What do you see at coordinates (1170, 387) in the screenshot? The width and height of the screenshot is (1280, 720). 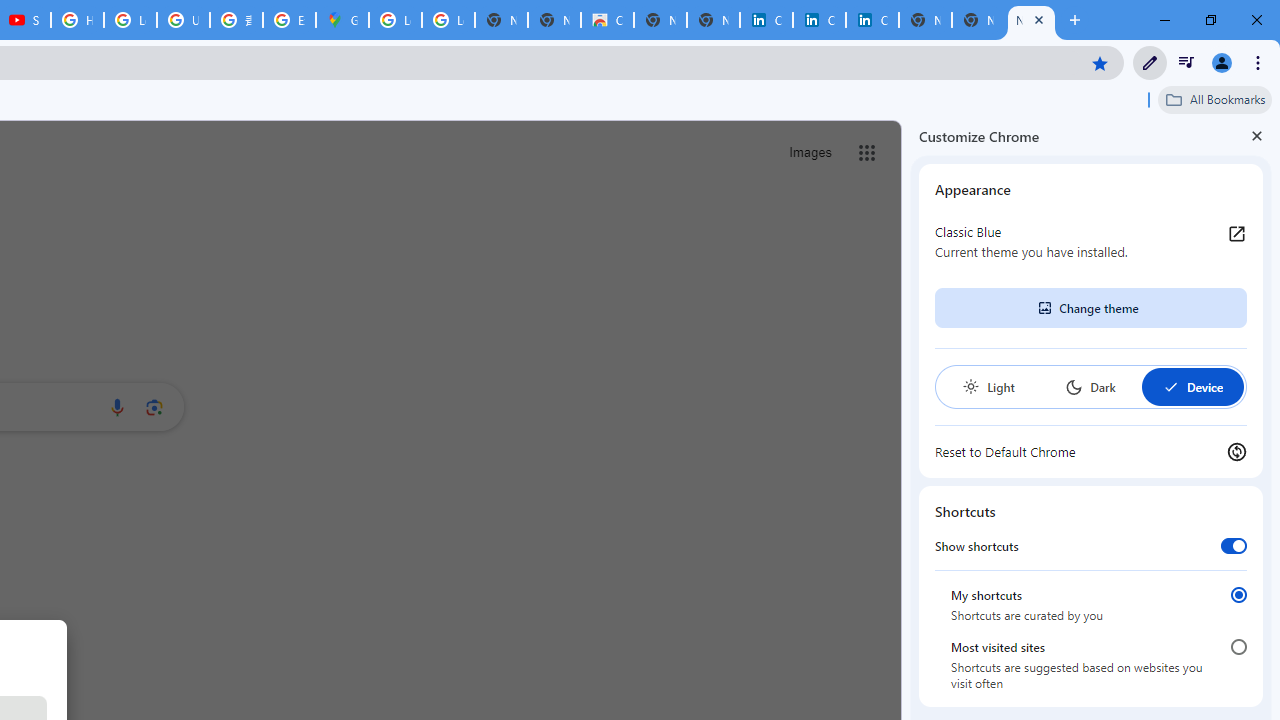 I see `'AutomationID: baseSvg'` at bounding box center [1170, 387].